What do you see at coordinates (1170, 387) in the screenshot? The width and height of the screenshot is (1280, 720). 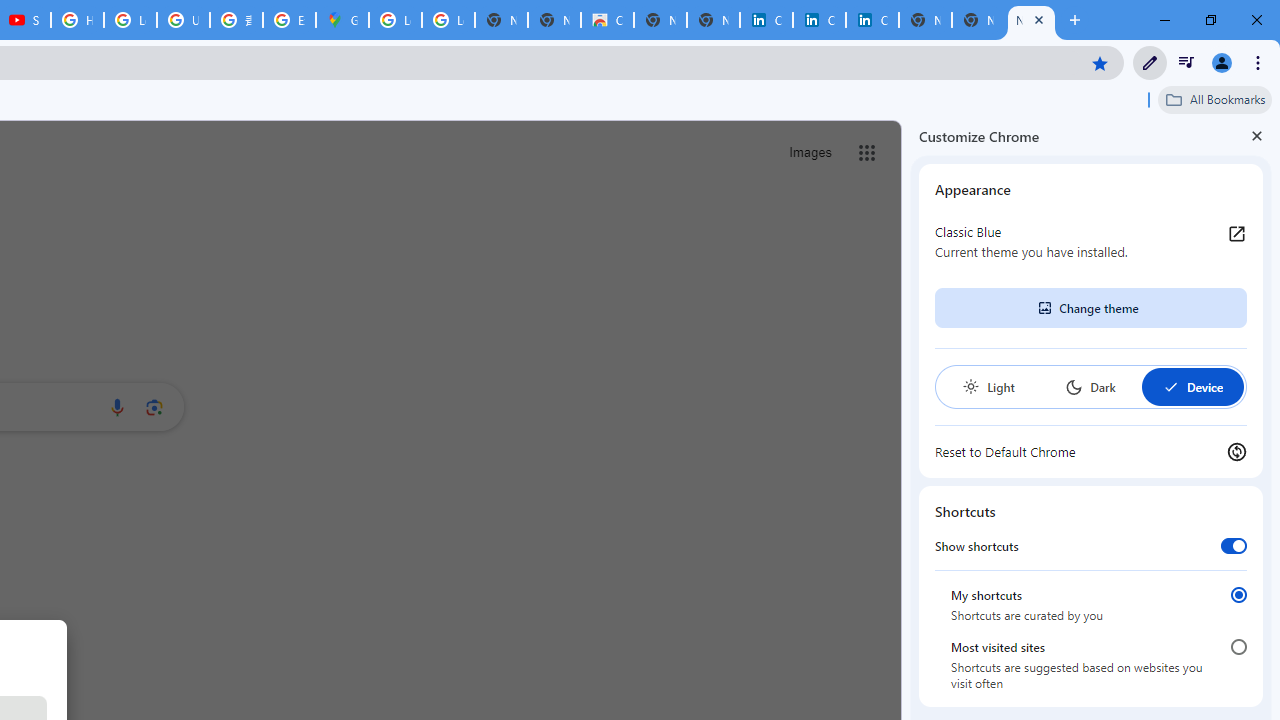 I see `'AutomationID: baseSvg'` at bounding box center [1170, 387].